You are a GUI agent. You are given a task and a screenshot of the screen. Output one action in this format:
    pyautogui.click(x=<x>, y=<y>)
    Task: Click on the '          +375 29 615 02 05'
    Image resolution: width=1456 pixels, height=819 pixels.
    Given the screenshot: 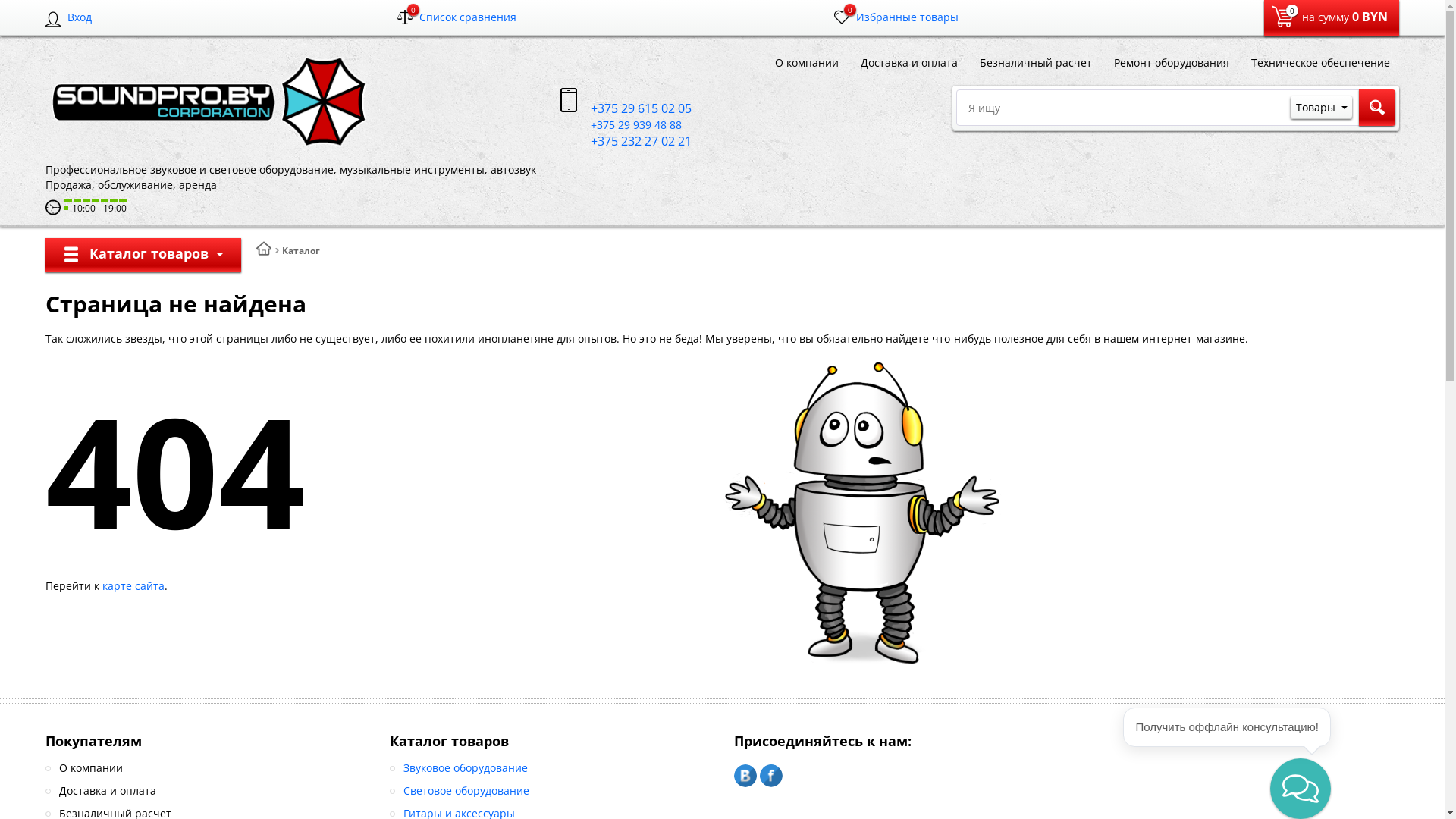 What is the action you would take?
    pyautogui.click(x=626, y=108)
    